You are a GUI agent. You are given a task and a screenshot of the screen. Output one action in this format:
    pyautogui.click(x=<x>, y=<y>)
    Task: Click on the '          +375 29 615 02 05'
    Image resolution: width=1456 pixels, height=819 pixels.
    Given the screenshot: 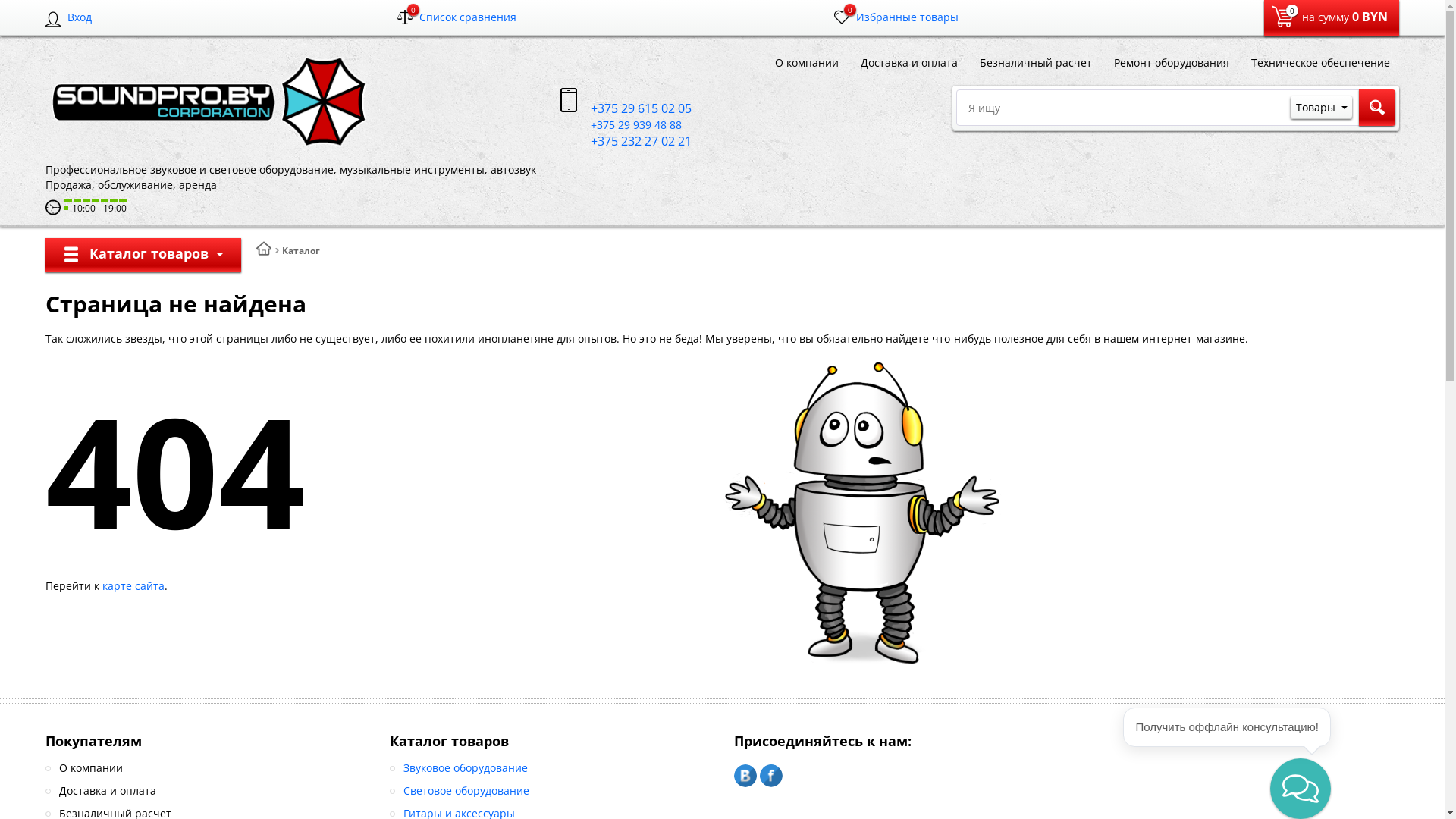 What is the action you would take?
    pyautogui.click(x=626, y=108)
    